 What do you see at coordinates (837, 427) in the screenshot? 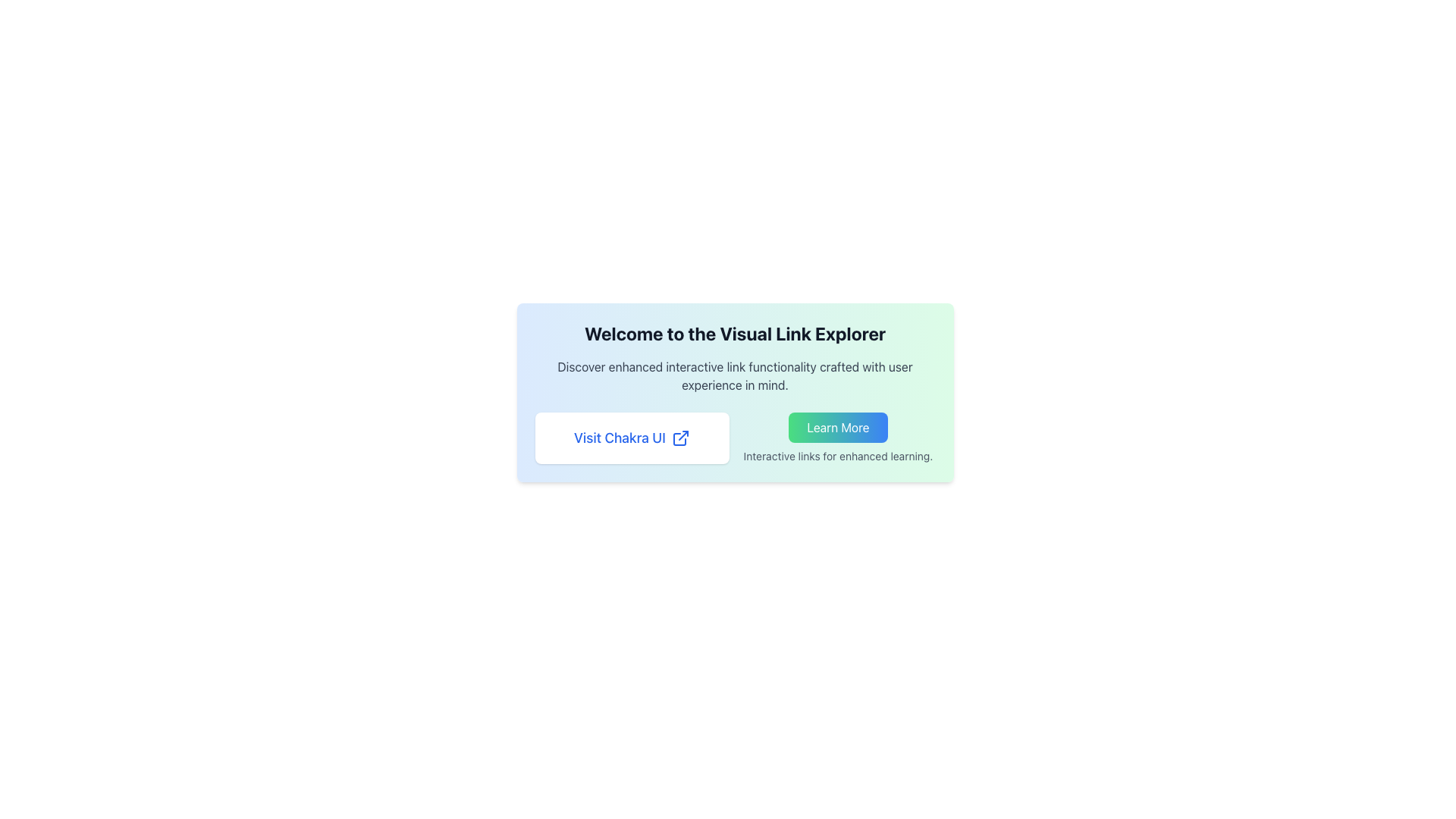
I see `the 'Learn More' button with a gradient background transitioning from green to blue` at bounding box center [837, 427].